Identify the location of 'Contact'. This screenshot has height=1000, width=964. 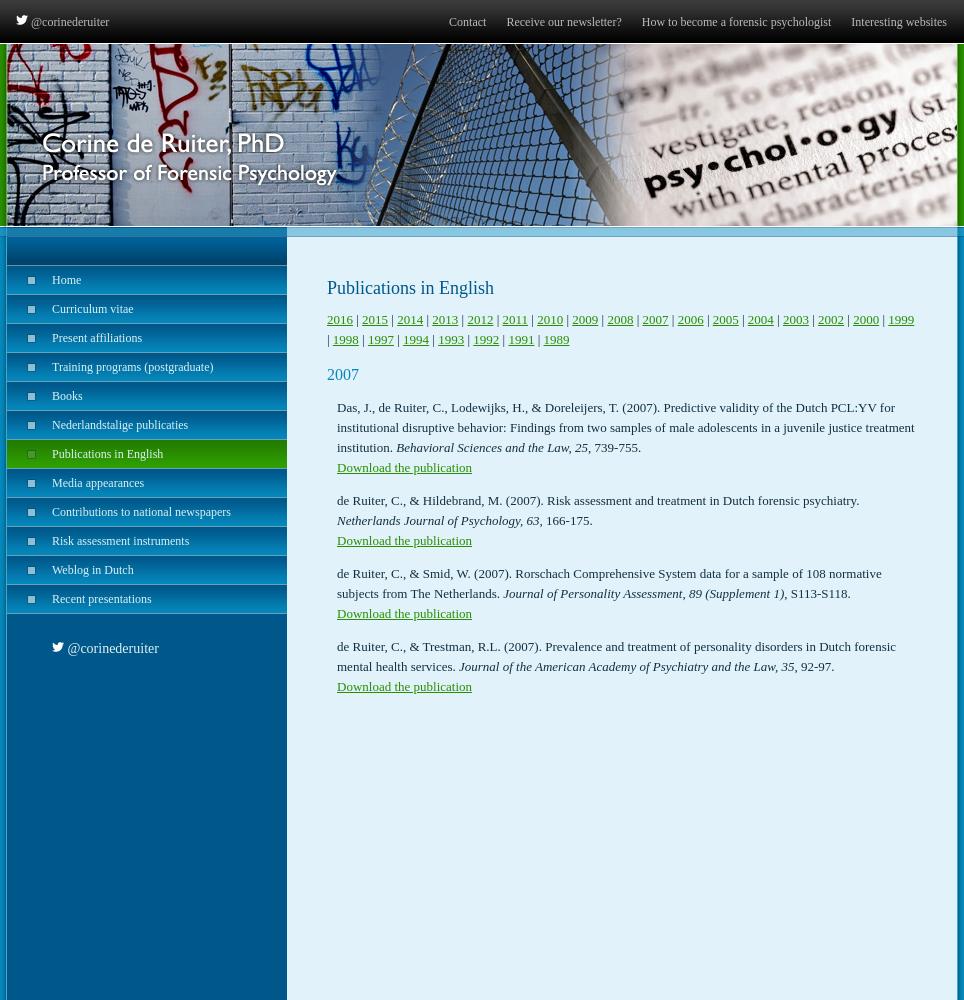
(467, 22).